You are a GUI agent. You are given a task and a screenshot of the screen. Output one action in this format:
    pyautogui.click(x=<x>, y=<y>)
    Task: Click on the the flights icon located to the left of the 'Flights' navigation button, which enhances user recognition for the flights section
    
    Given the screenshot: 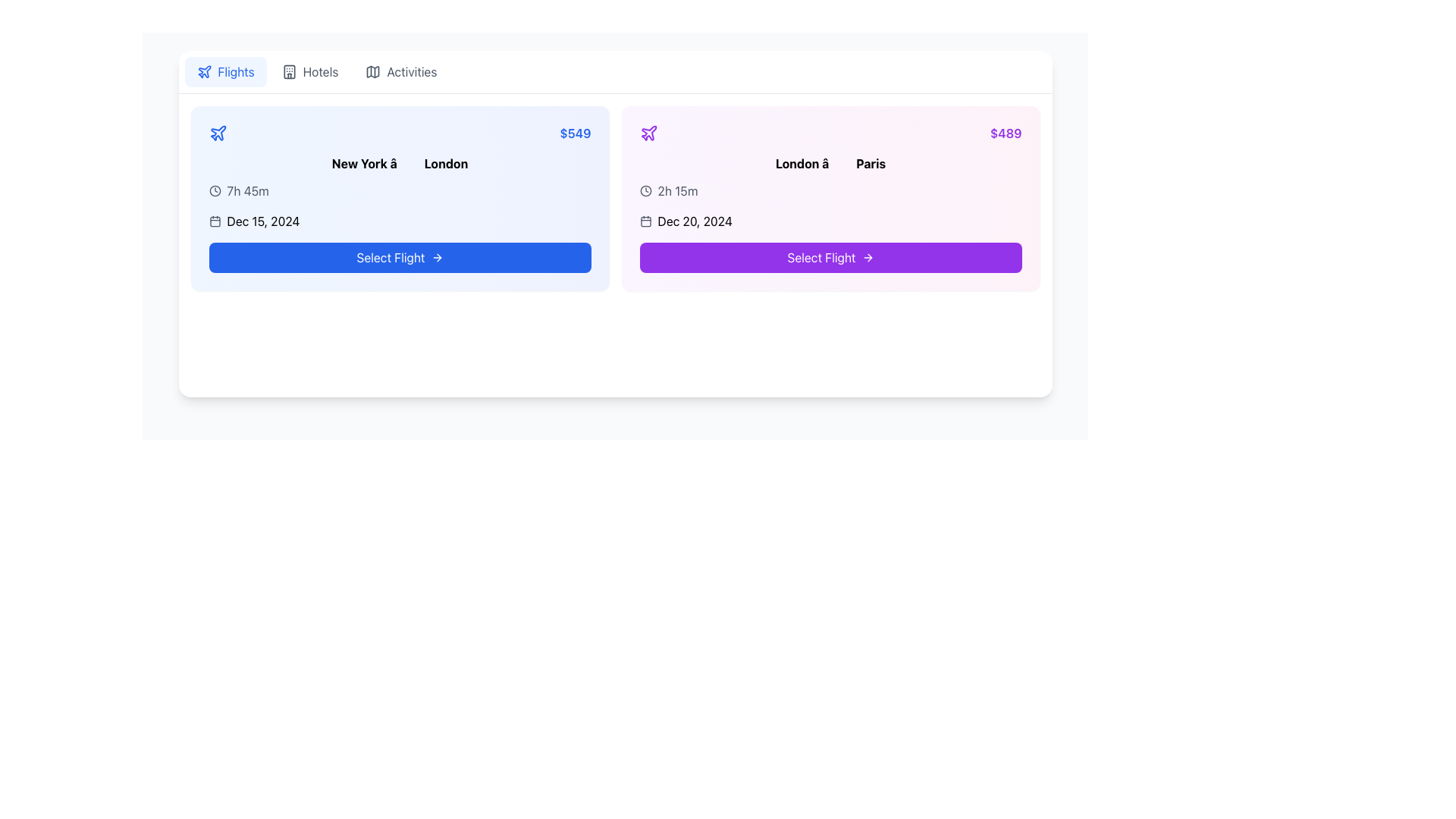 What is the action you would take?
    pyautogui.click(x=203, y=72)
    